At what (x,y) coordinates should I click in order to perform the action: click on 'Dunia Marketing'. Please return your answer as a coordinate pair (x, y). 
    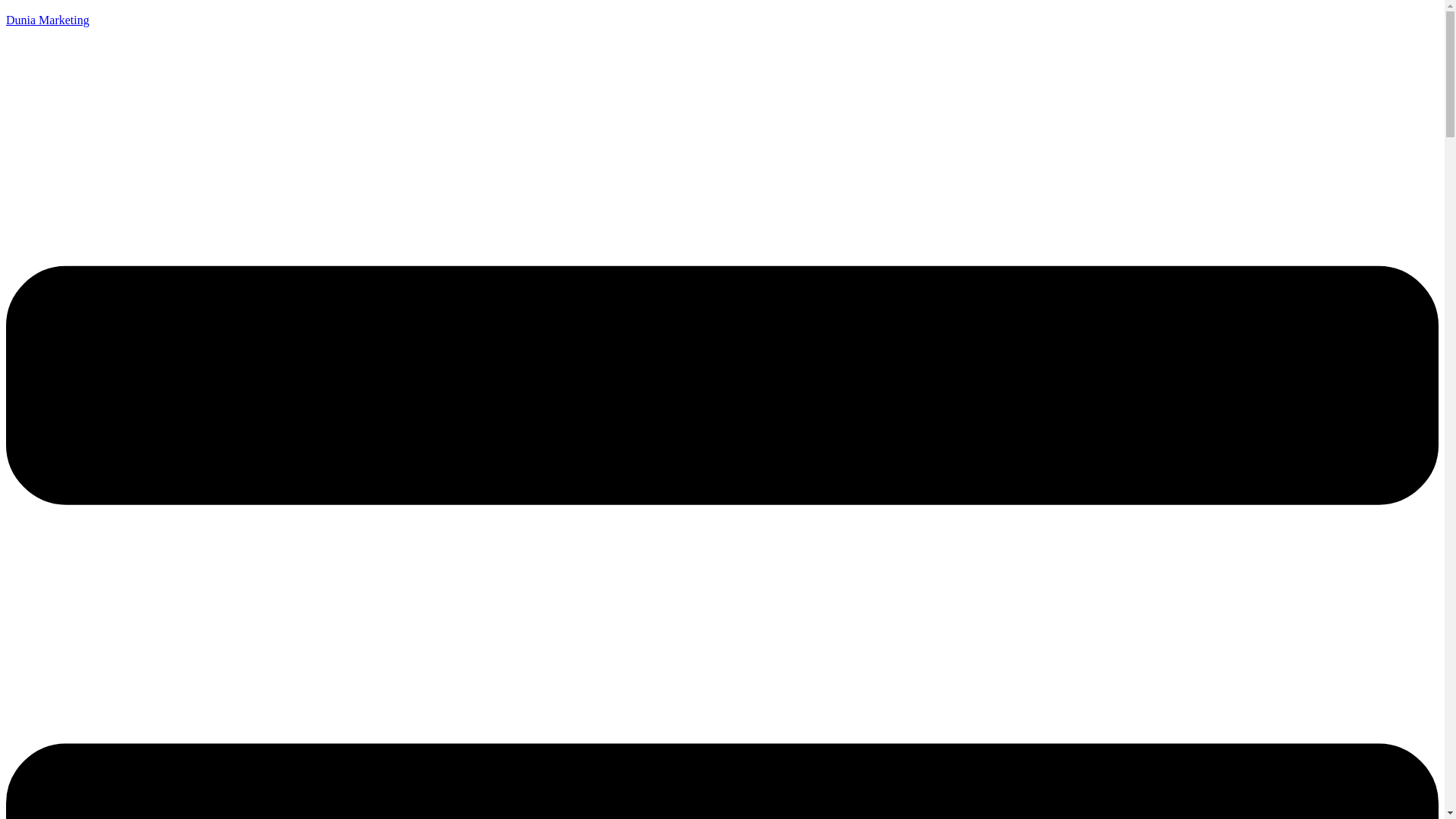
    Looking at the image, I should click on (47, 20).